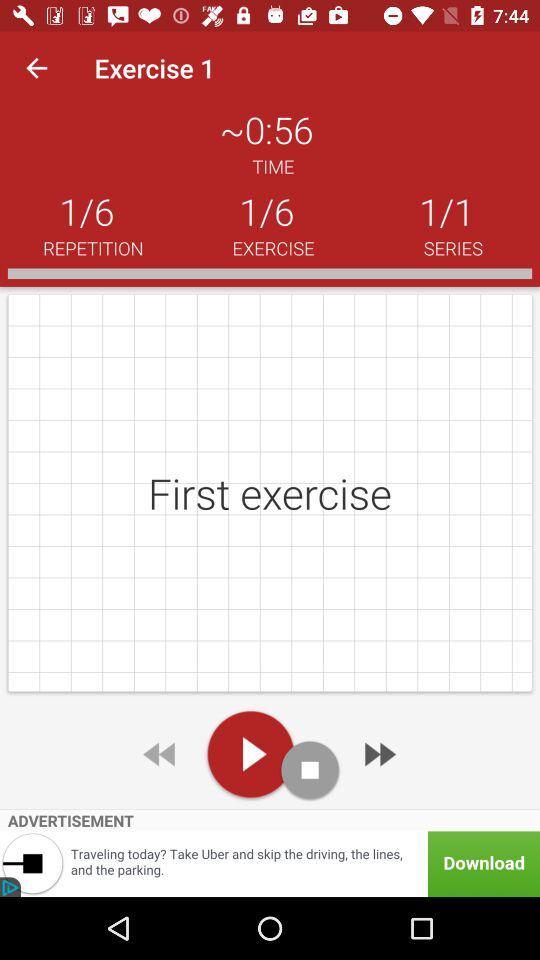  I want to click on download ap, so click(270, 863).